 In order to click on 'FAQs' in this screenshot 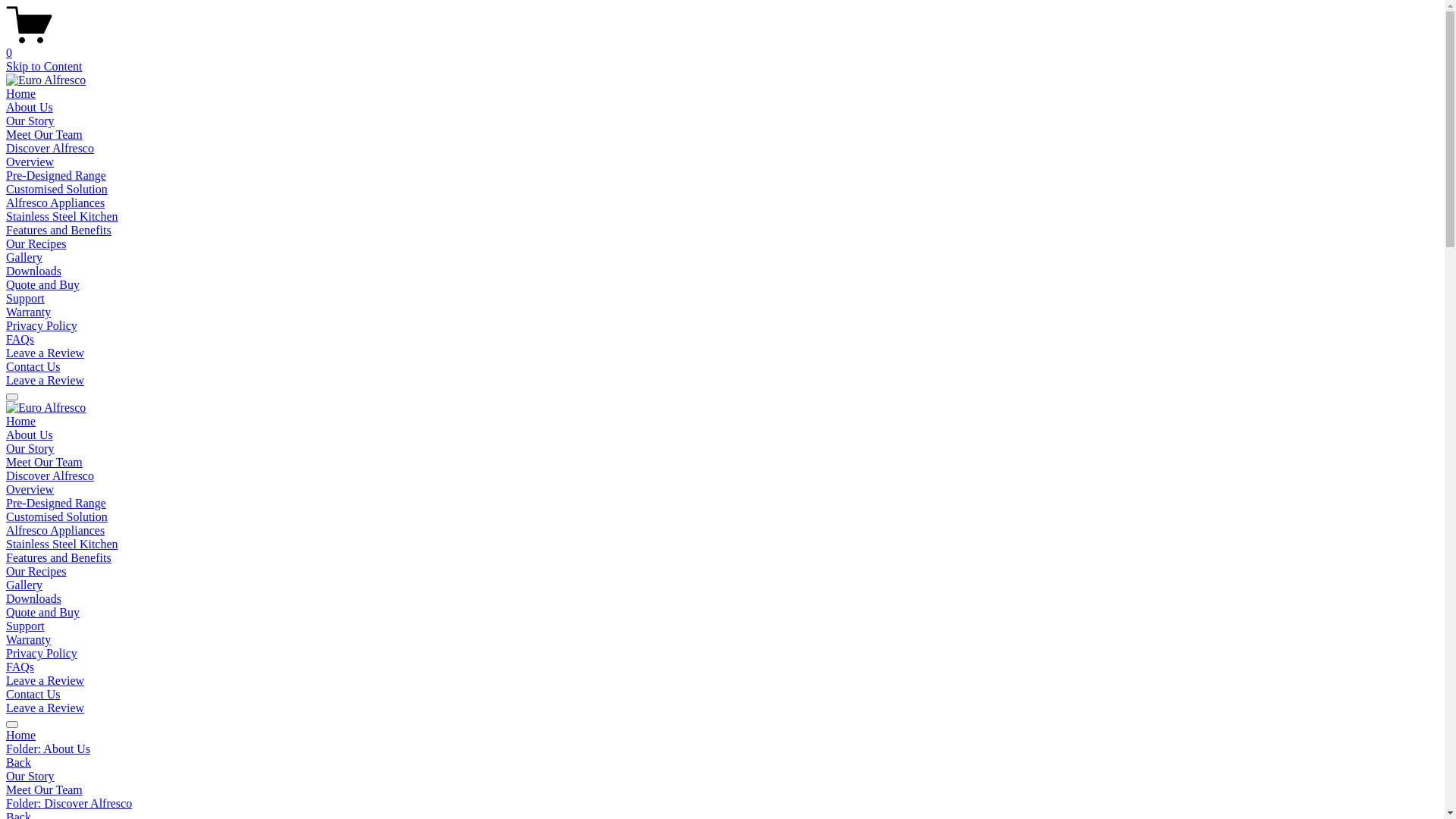, I will do `click(20, 666)`.